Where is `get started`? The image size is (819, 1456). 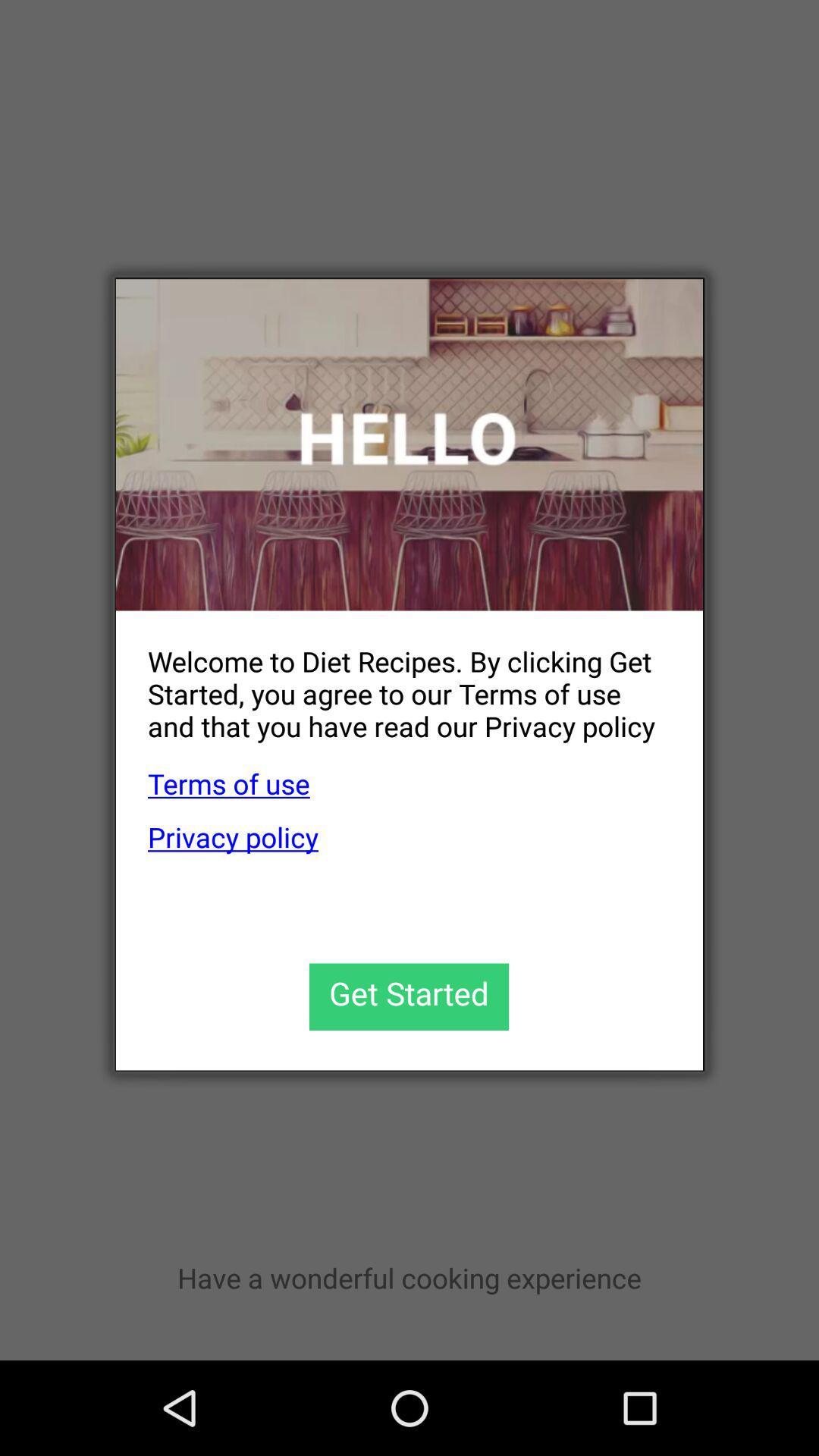 get started is located at coordinates (408, 996).